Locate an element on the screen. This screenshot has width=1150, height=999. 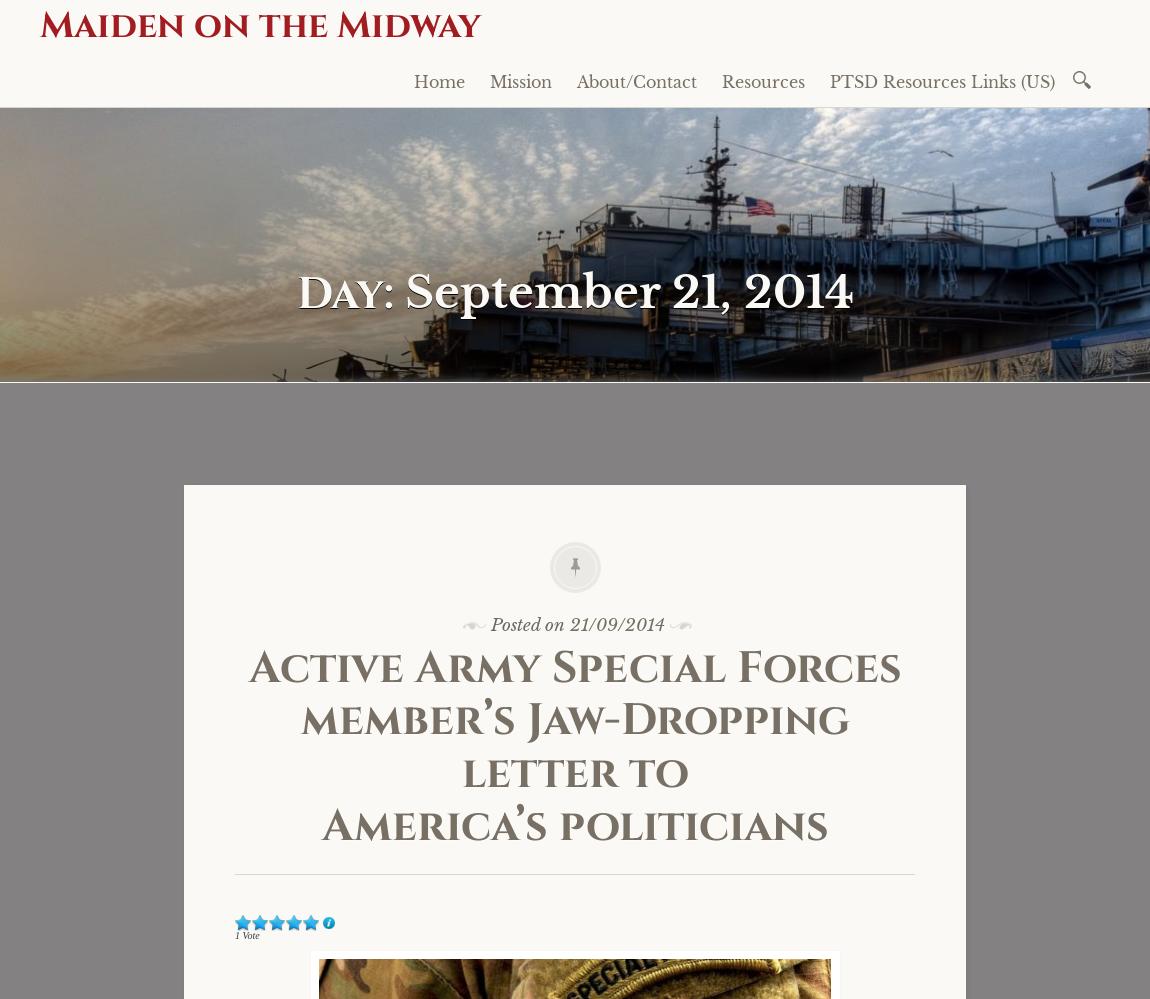
'PTSD Resources Links (US)' is located at coordinates (942, 80).